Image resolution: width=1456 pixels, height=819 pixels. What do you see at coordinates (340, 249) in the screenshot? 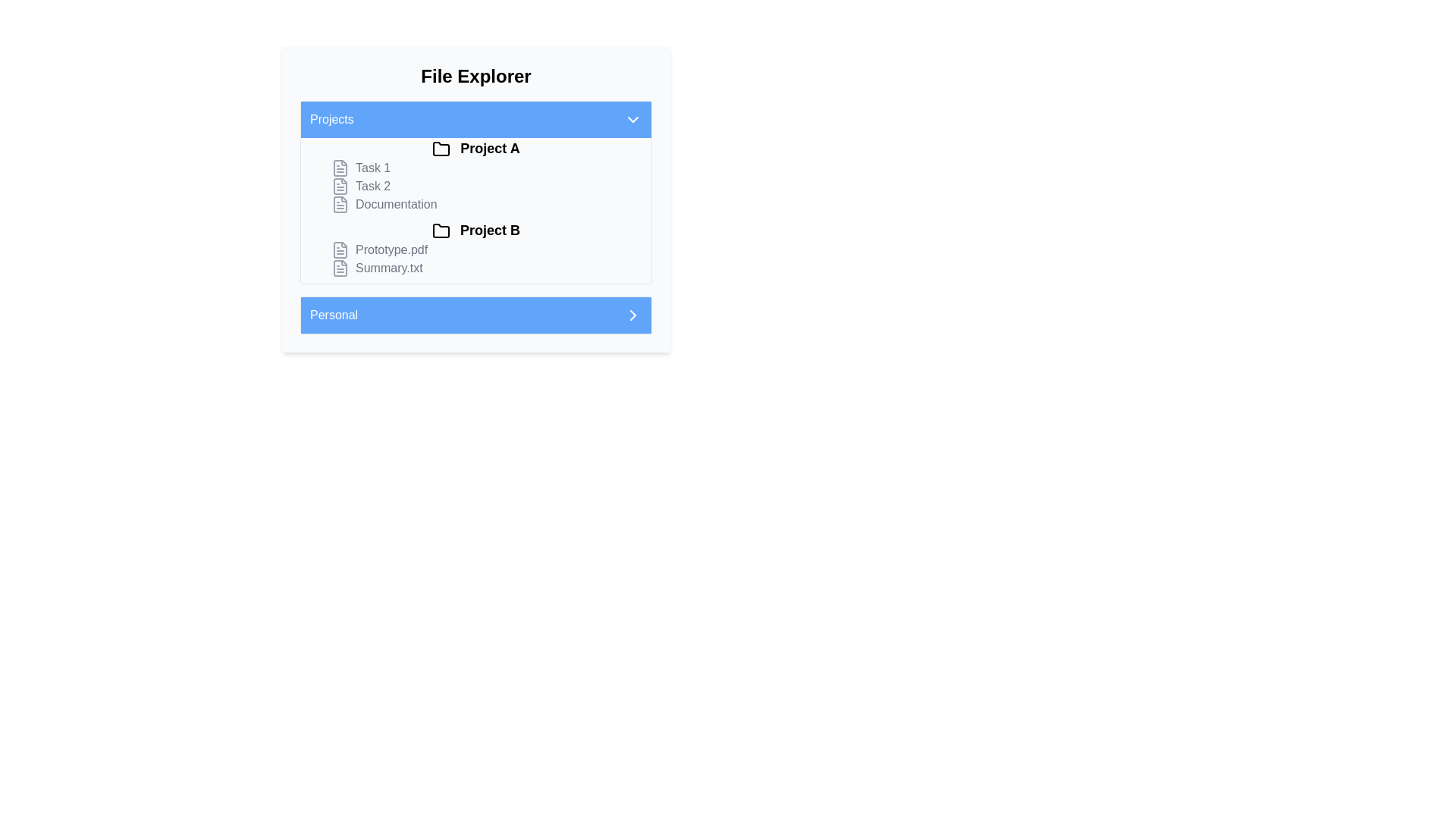
I see `the document icon representing a file, located in the 'Prototype.pdf' entry under the 'Project B' section of the file explorer interface` at bounding box center [340, 249].